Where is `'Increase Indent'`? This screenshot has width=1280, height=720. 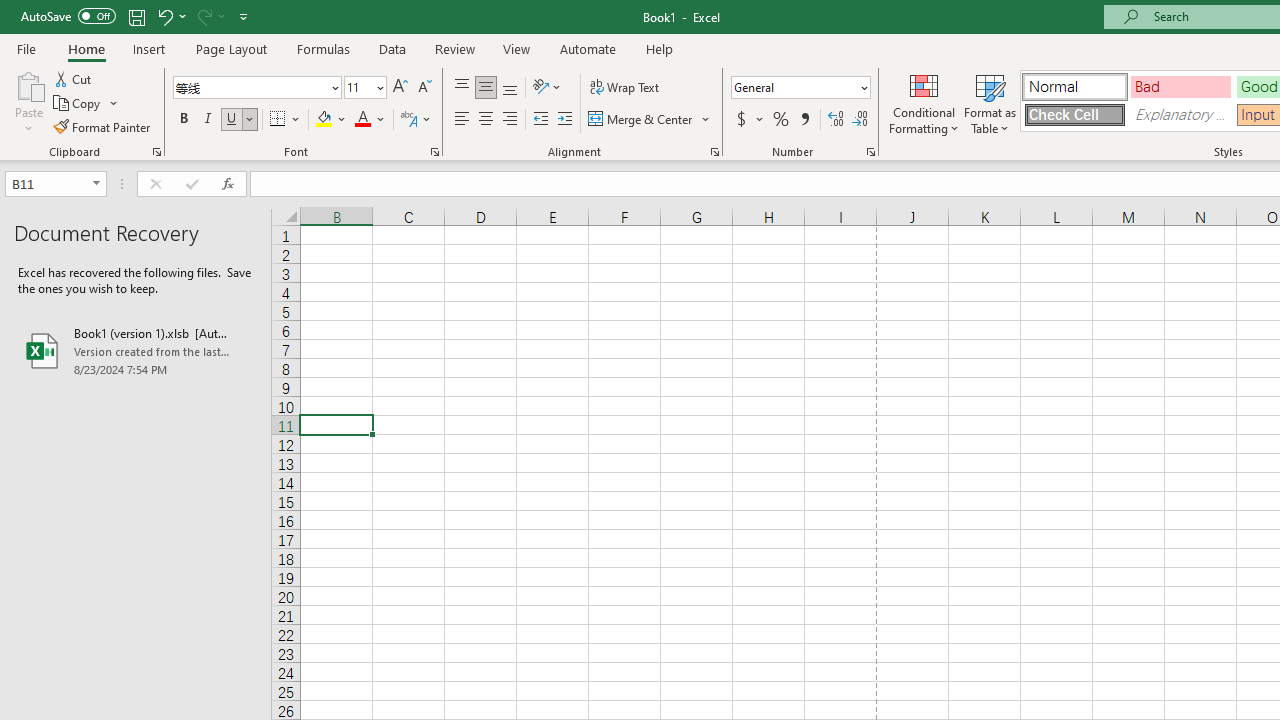
'Increase Indent' is located at coordinates (564, 119).